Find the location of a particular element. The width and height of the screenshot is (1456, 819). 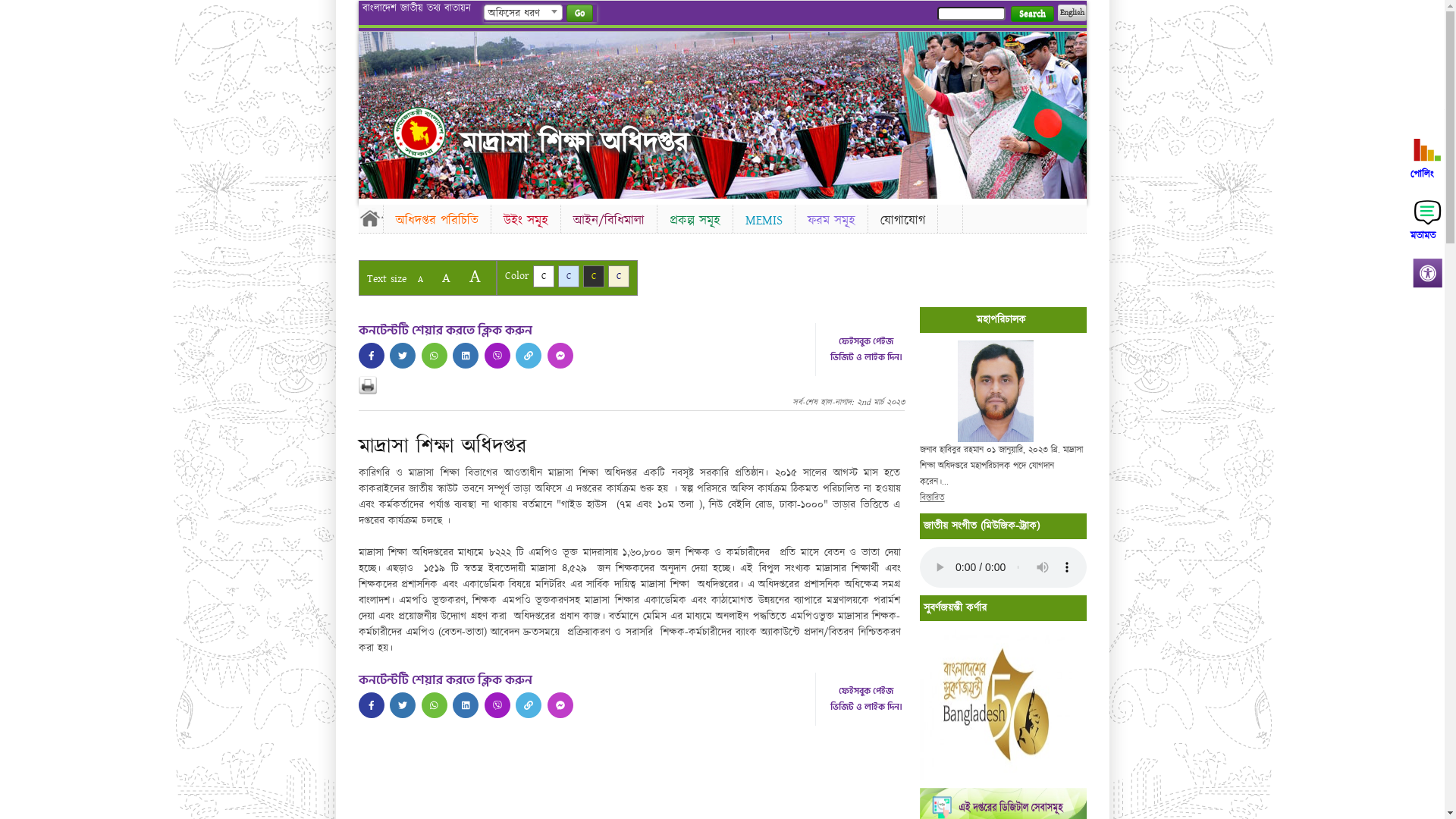

'C' is located at coordinates (619, 276).